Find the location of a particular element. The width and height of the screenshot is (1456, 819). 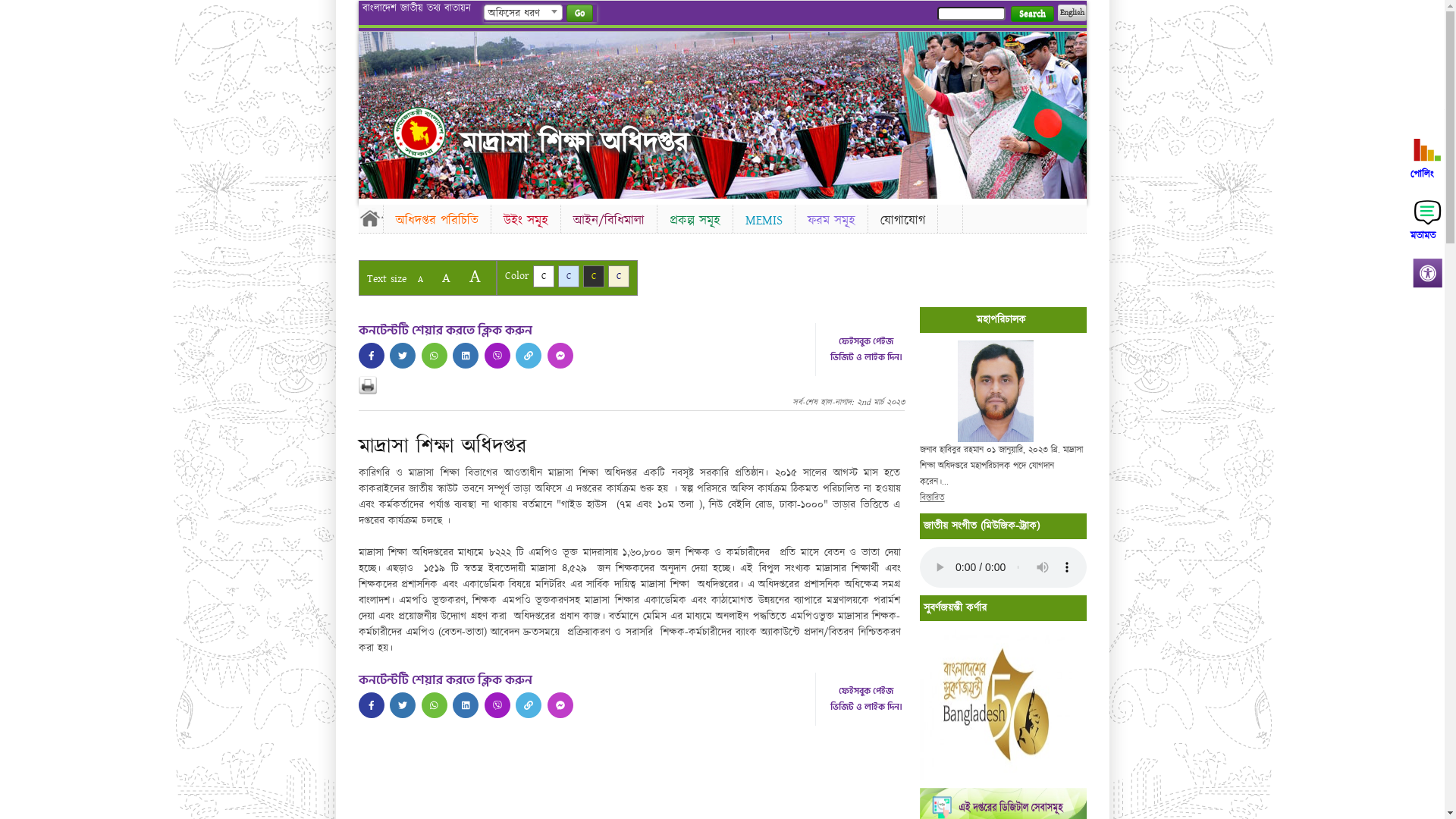

'C' is located at coordinates (619, 276).